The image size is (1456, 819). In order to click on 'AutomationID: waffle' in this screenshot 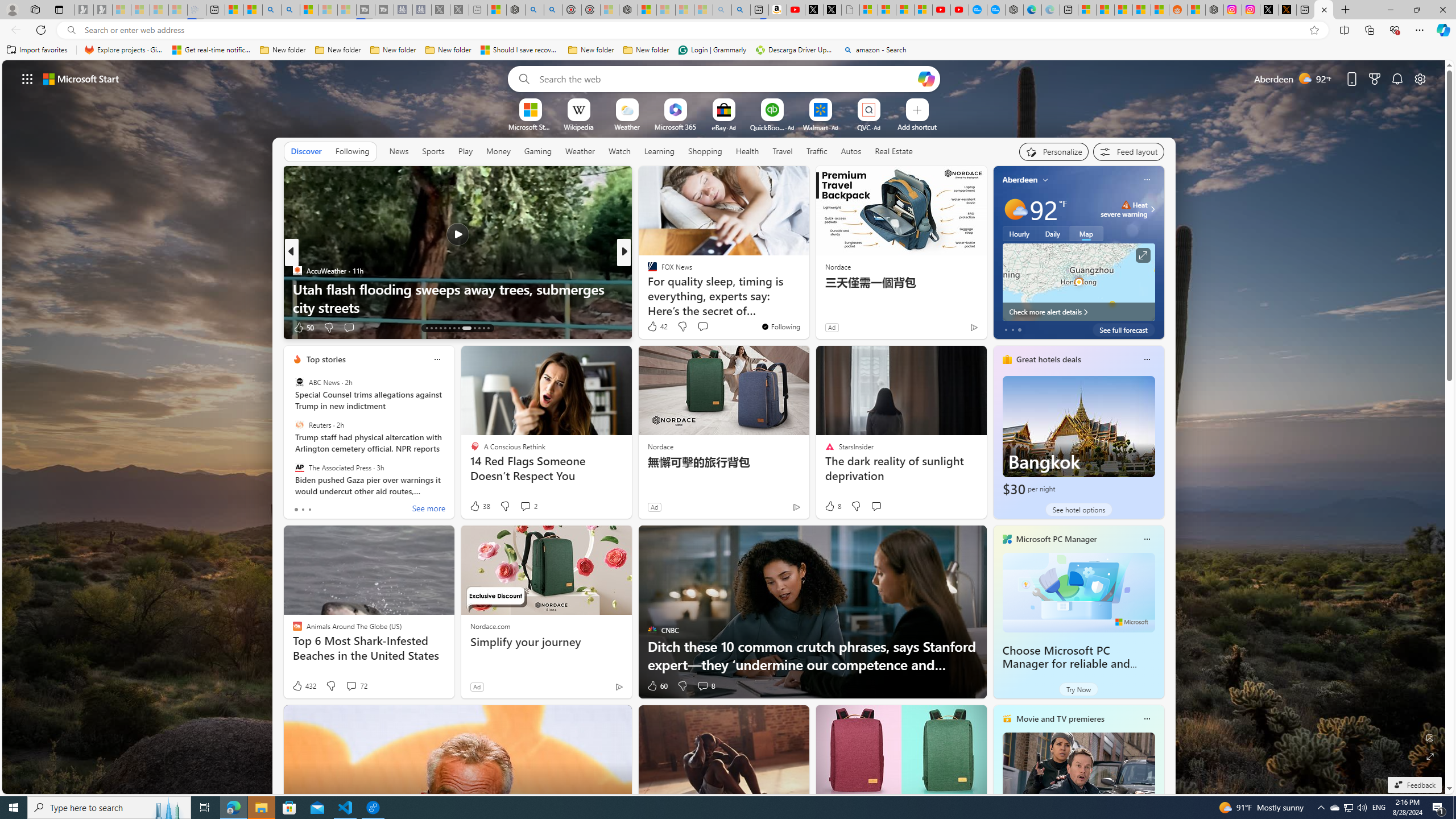, I will do `click(27, 78)`.